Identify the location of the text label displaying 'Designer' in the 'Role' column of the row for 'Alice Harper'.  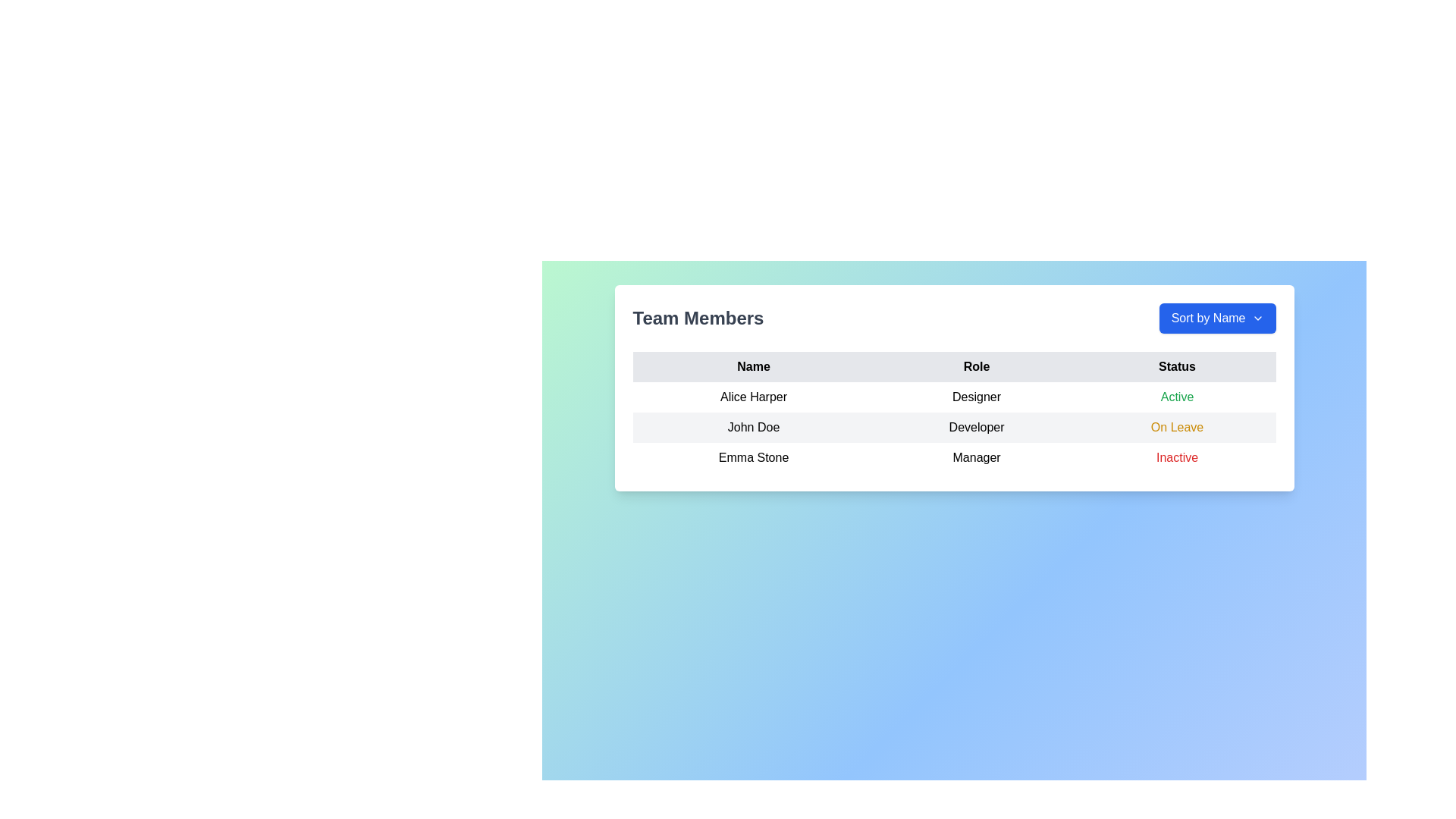
(977, 397).